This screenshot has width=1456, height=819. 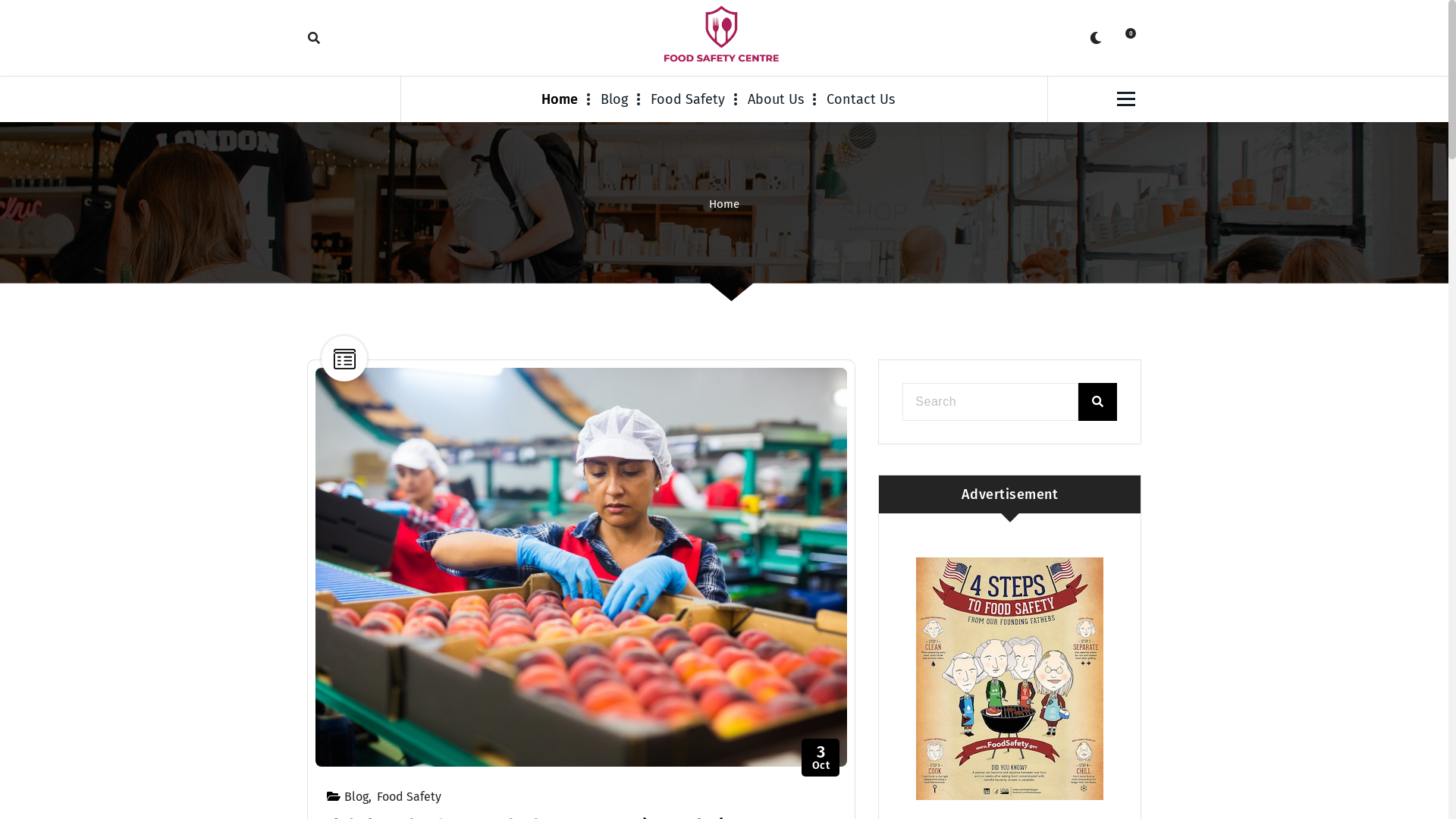 I want to click on 'Food Safety', so click(x=409, y=795).